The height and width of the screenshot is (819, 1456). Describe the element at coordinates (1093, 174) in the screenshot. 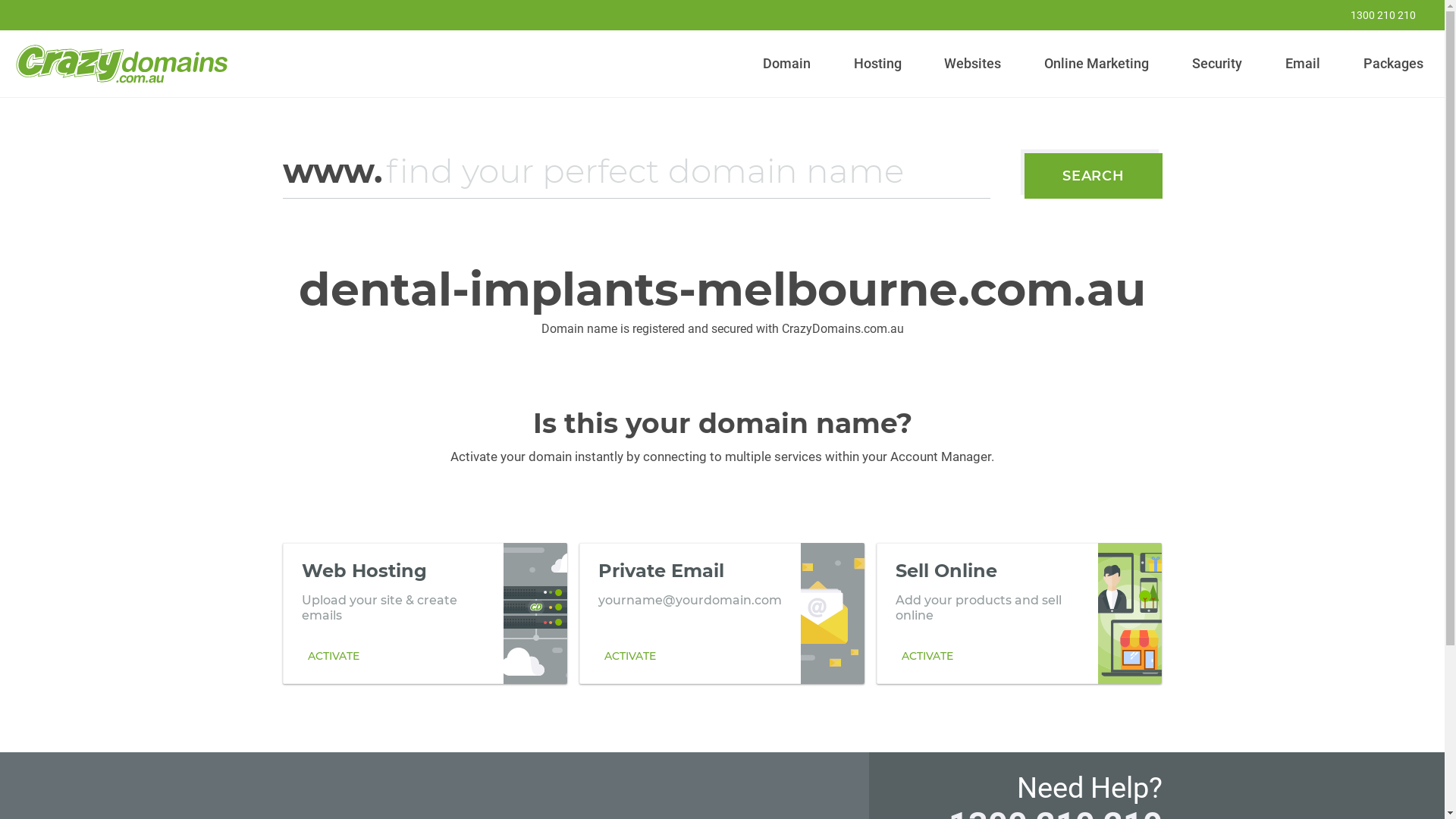

I see `'SEARCH'` at that location.